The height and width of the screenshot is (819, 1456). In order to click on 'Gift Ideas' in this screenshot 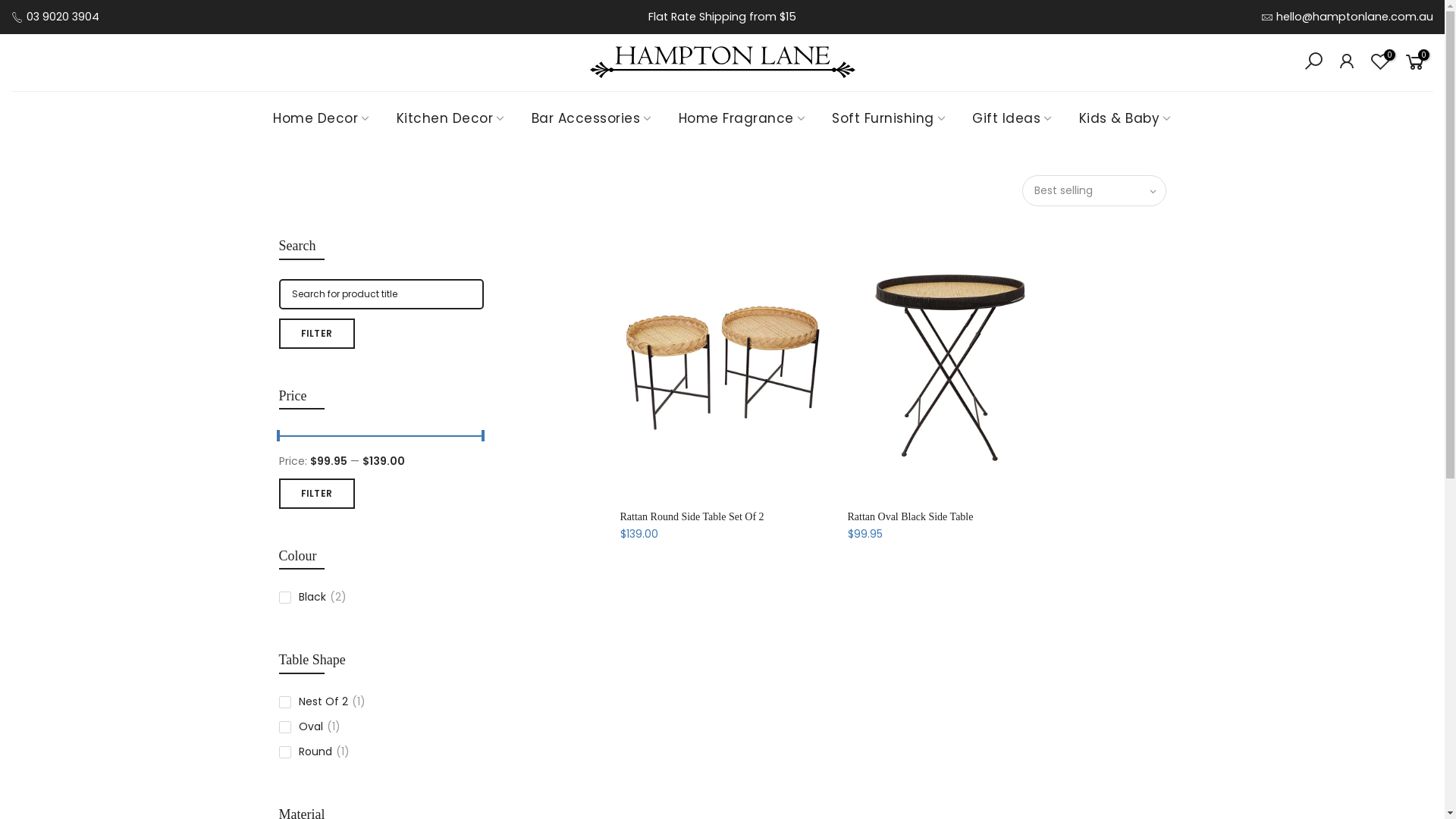, I will do `click(1012, 117)`.